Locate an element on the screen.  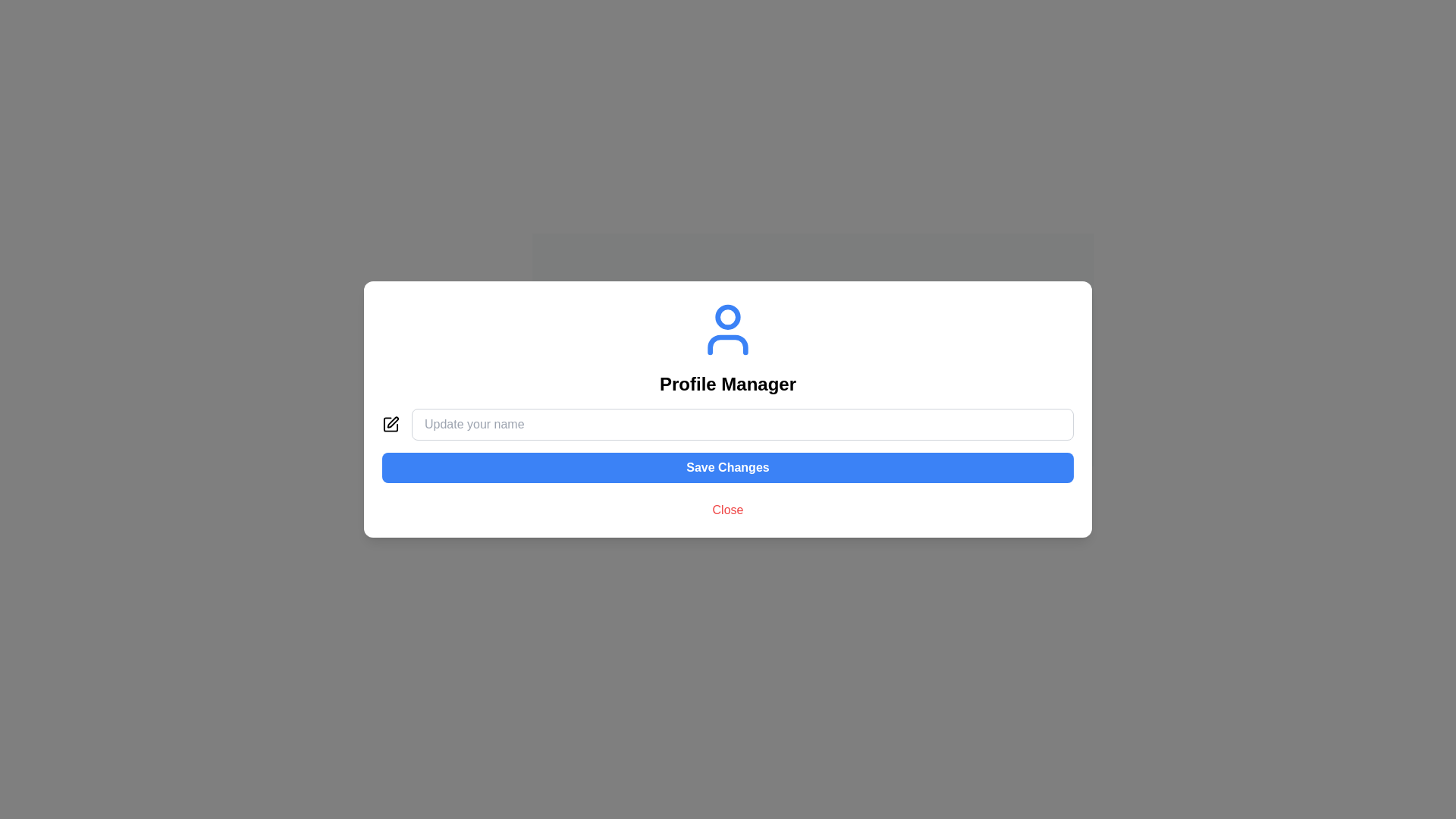
the 'Close' button with bold red text located below the 'Save Changes' button in the profile manager popup is located at coordinates (728, 510).